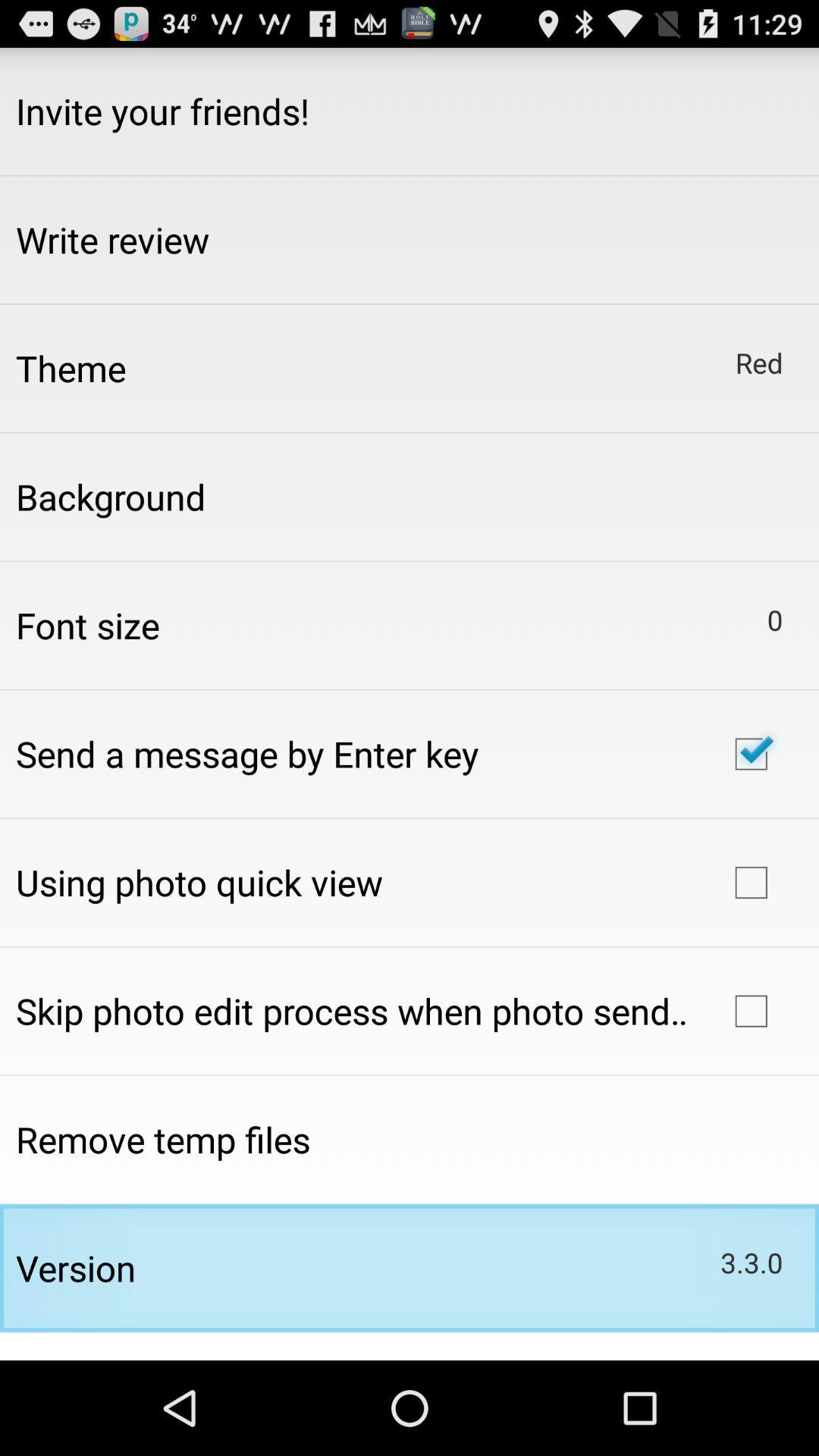 The image size is (819, 1456). What do you see at coordinates (71, 368) in the screenshot?
I see `the app above background` at bounding box center [71, 368].